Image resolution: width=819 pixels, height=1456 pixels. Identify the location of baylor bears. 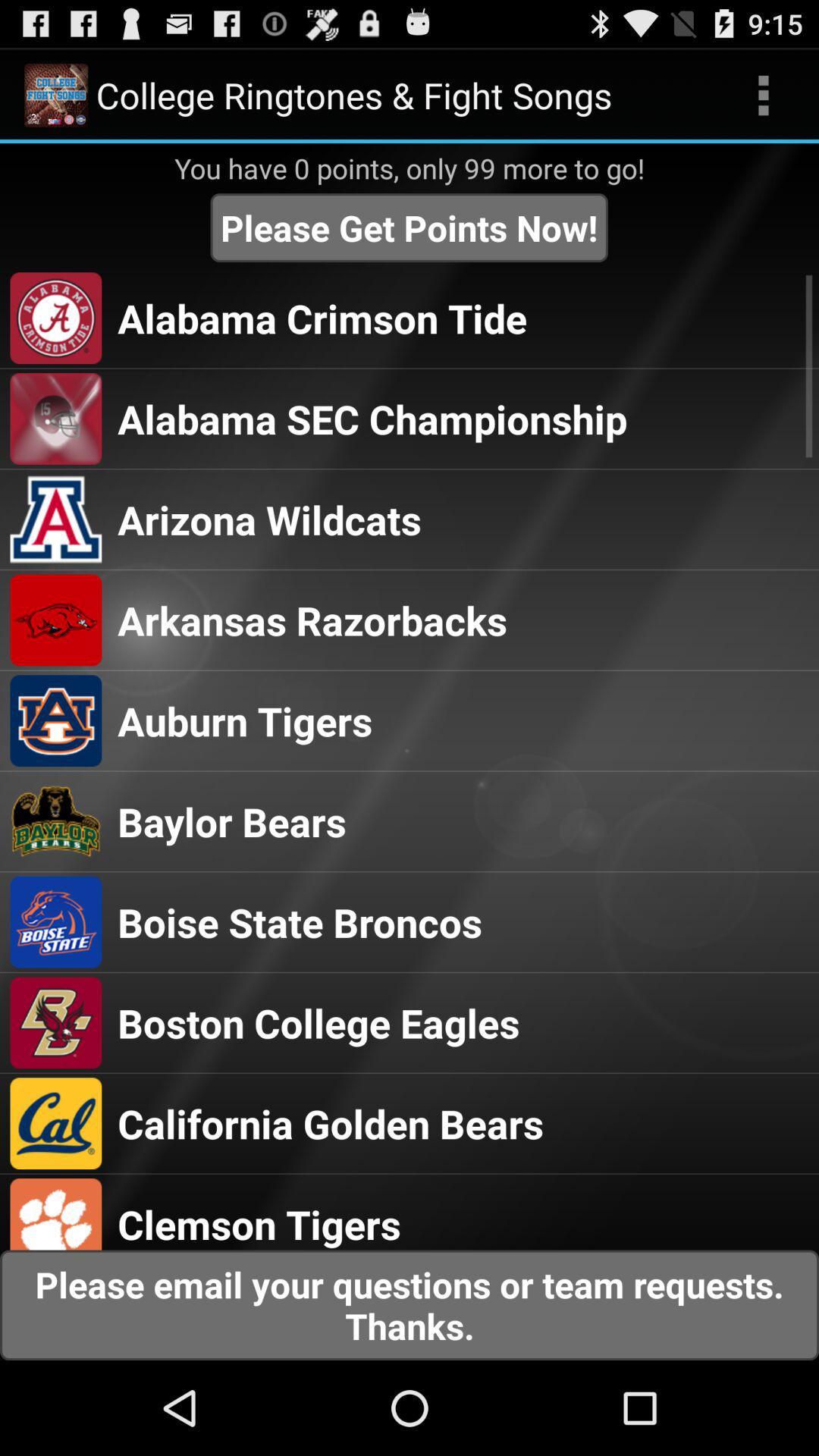
(231, 821).